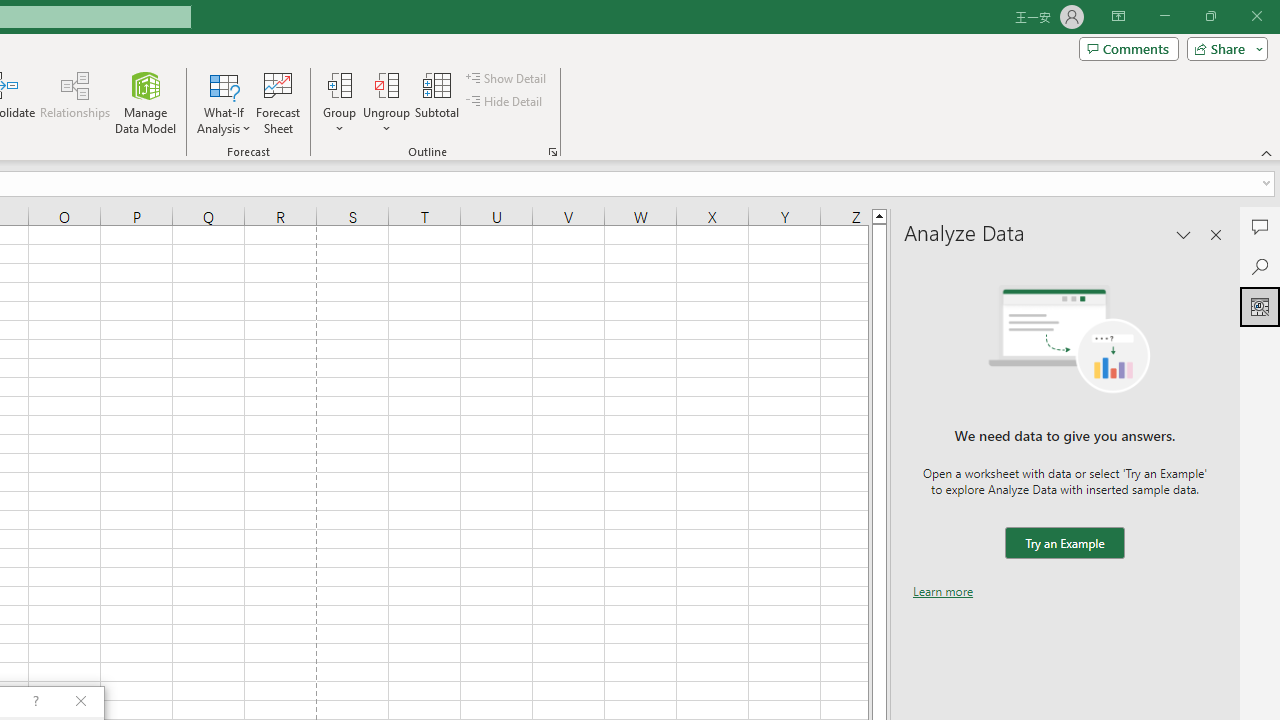 The height and width of the screenshot is (720, 1280). I want to click on 'Collapse the Ribbon', so click(1266, 152).